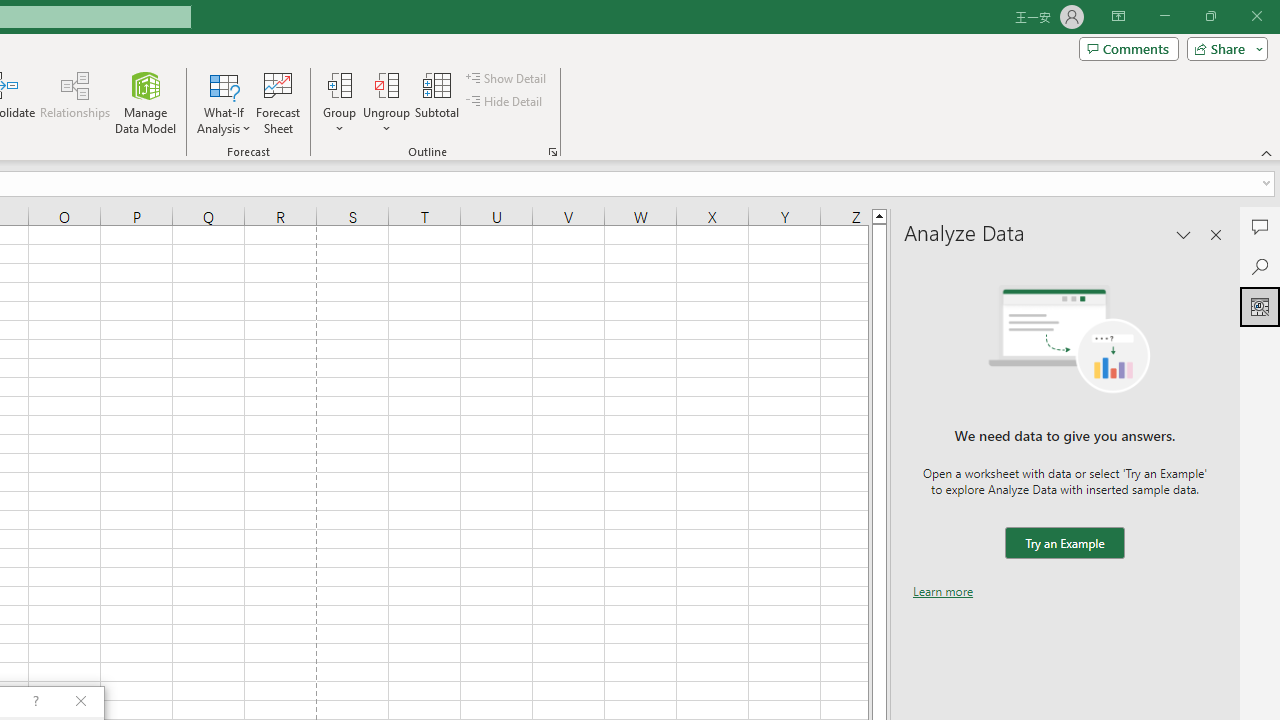 The height and width of the screenshot is (720, 1280). I want to click on 'Collapse the Ribbon', so click(1266, 152).